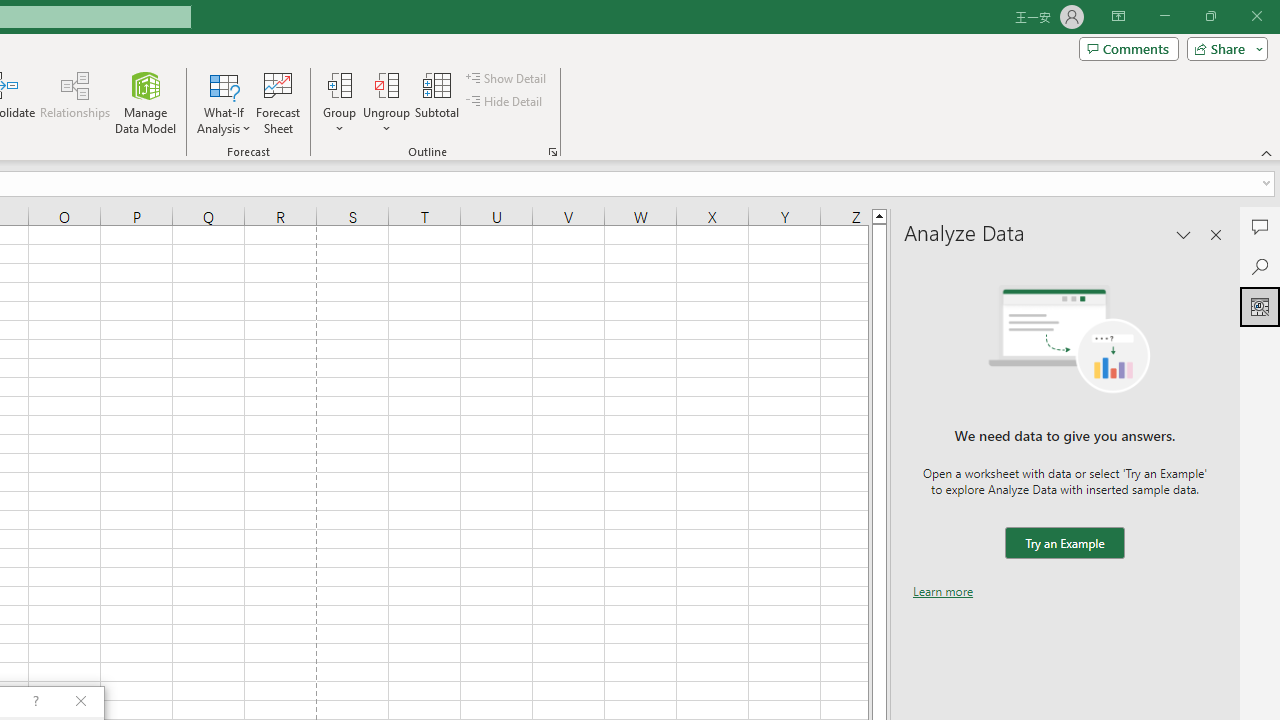 The height and width of the screenshot is (720, 1280). I want to click on 'Collapse the Ribbon', so click(1266, 152).